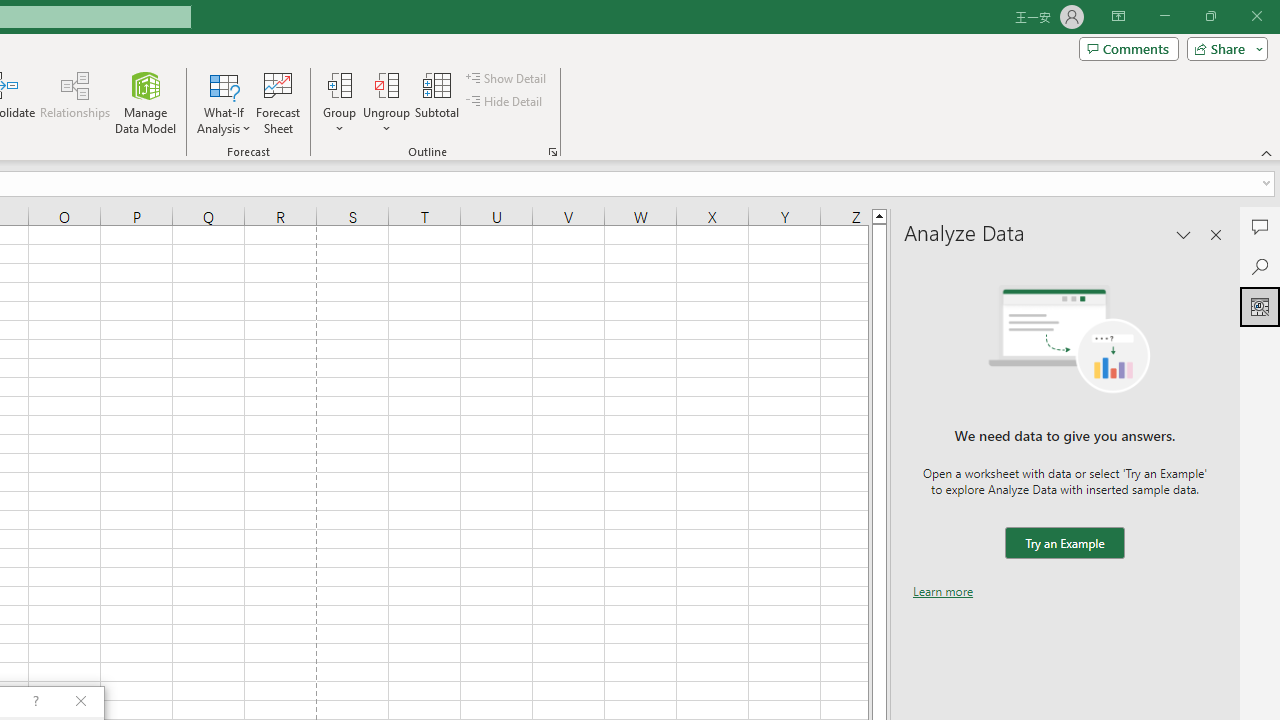 The height and width of the screenshot is (720, 1280). I want to click on 'Collapse the Ribbon', so click(1266, 152).